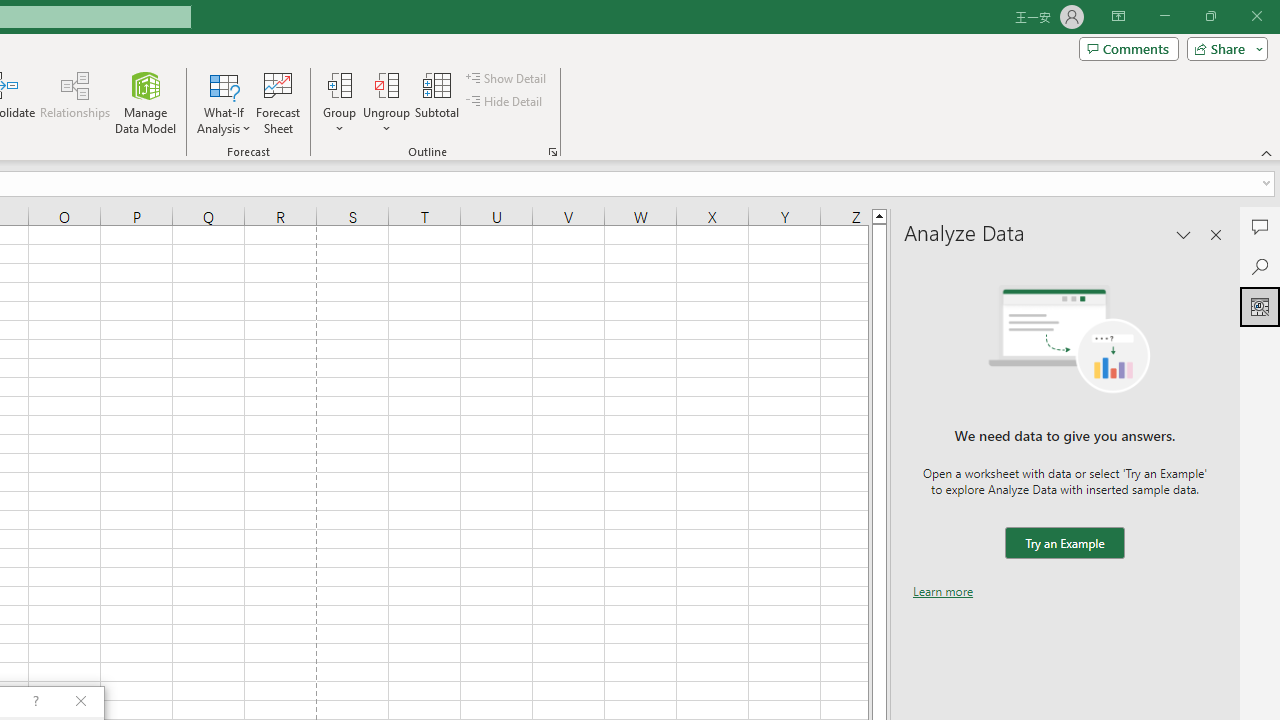 The height and width of the screenshot is (720, 1280). I want to click on 'Collapse the Ribbon', so click(1266, 152).